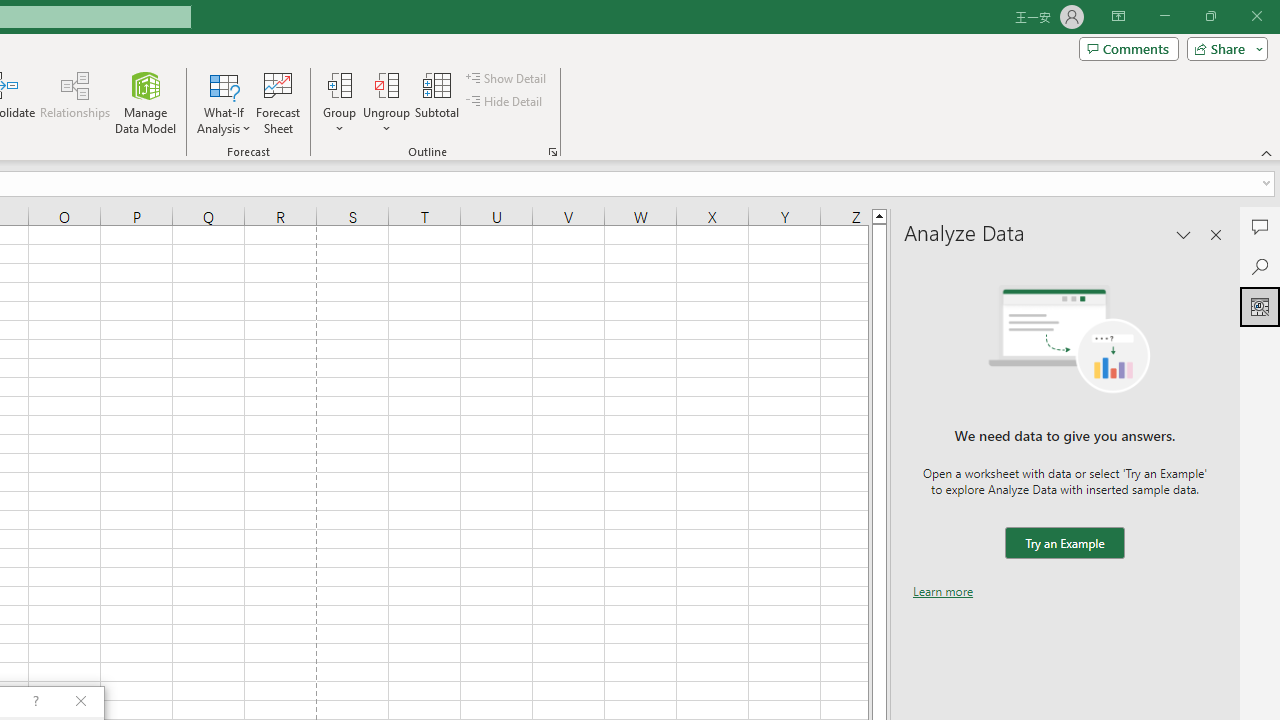 The height and width of the screenshot is (720, 1280). I want to click on 'Collapse the Ribbon', so click(1266, 152).